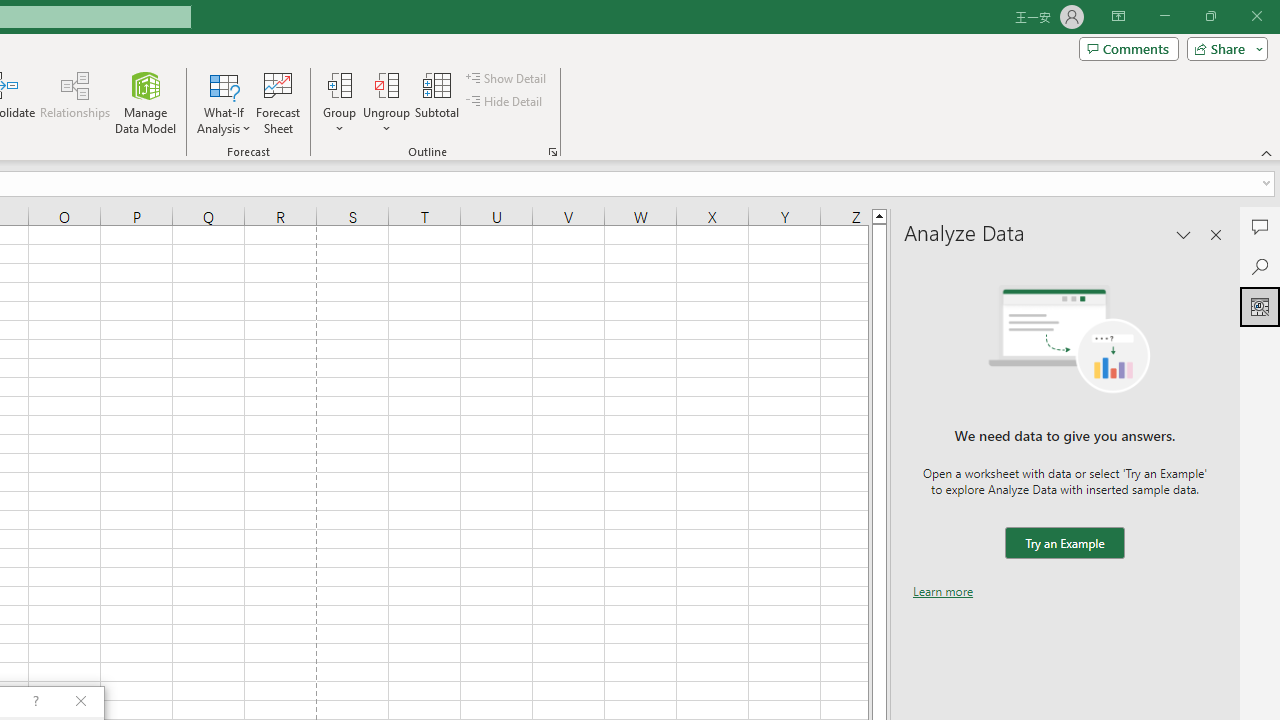 The height and width of the screenshot is (720, 1280). I want to click on 'Collapse the Ribbon', so click(1266, 152).